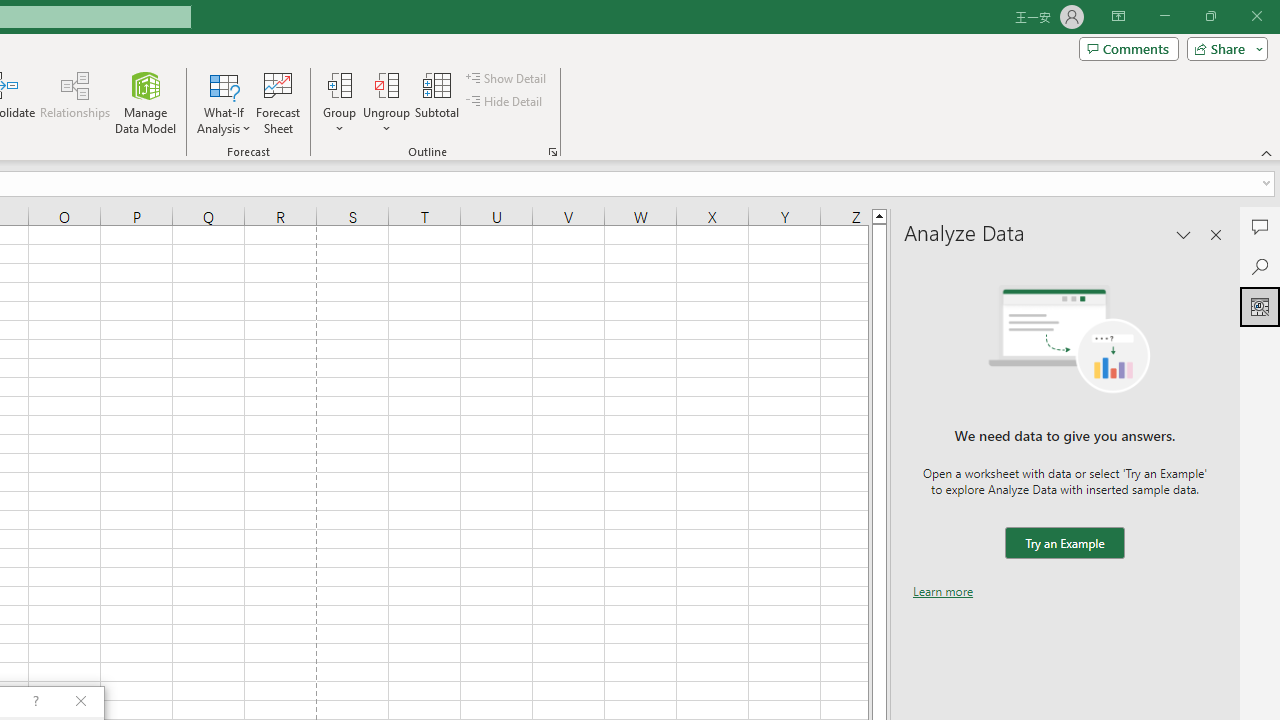 The height and width of the screenshot is (720, 1280). I want to click on 'Collapse the Ribbon', so click(1266, 152).